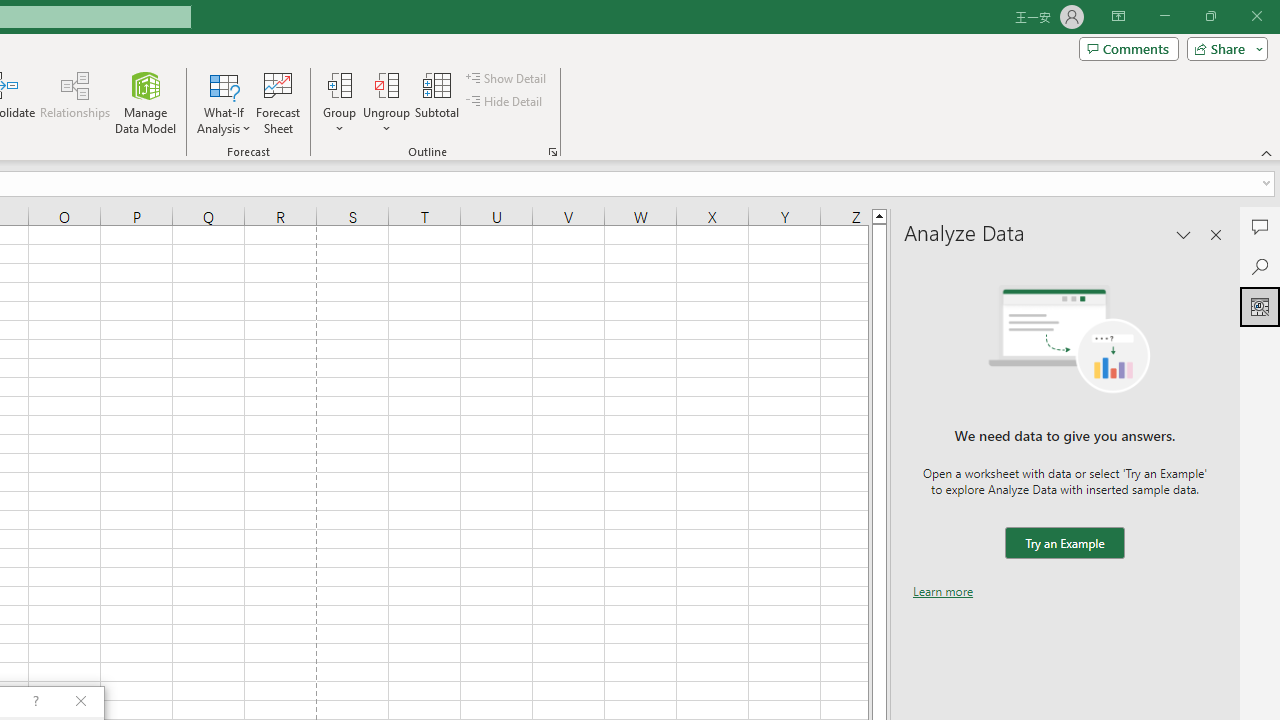 The height and width of the screenshot is (720, 1280). I want to click on 'Collapse the Ribbon', so click(1266, 152).